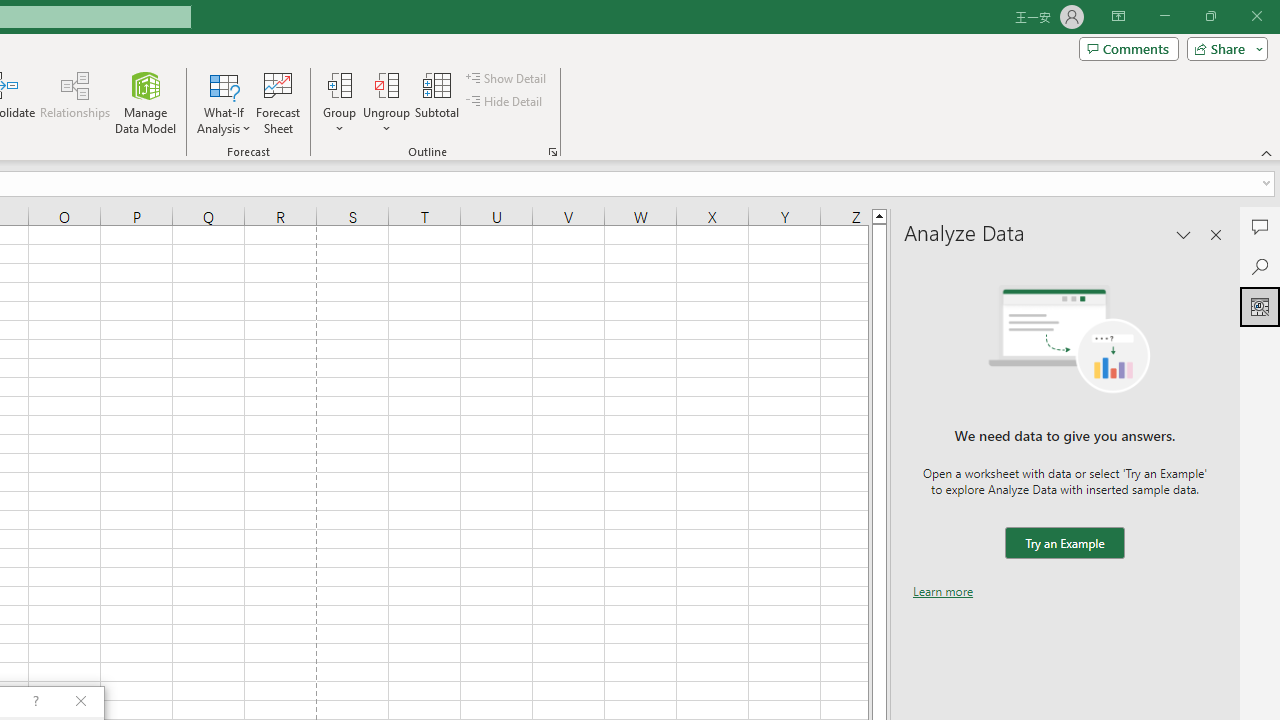 The height and width of the screenshot is (720, 1280). I want to click on 'Collapse the Ribbon', so click(1266, 152).